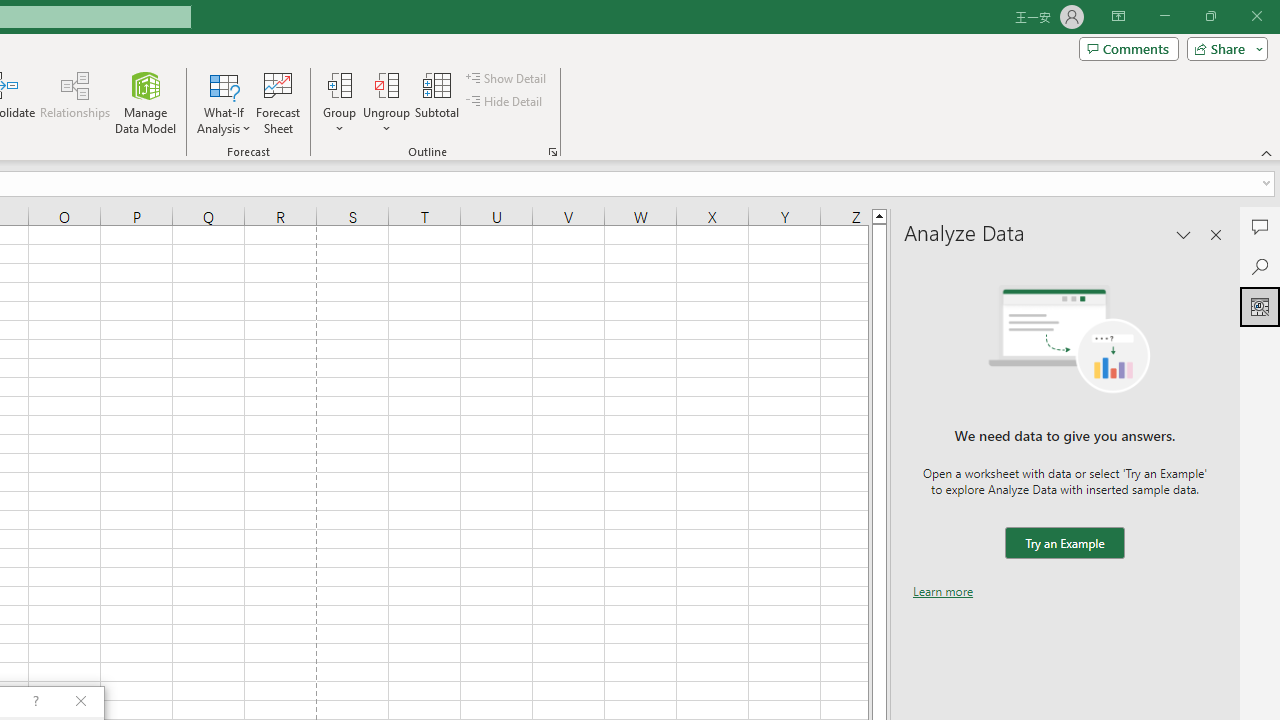 The height and width of the screenshot is (720, 1280). I want to click on 'Collapse the Ribbon', so click(1266, 152).